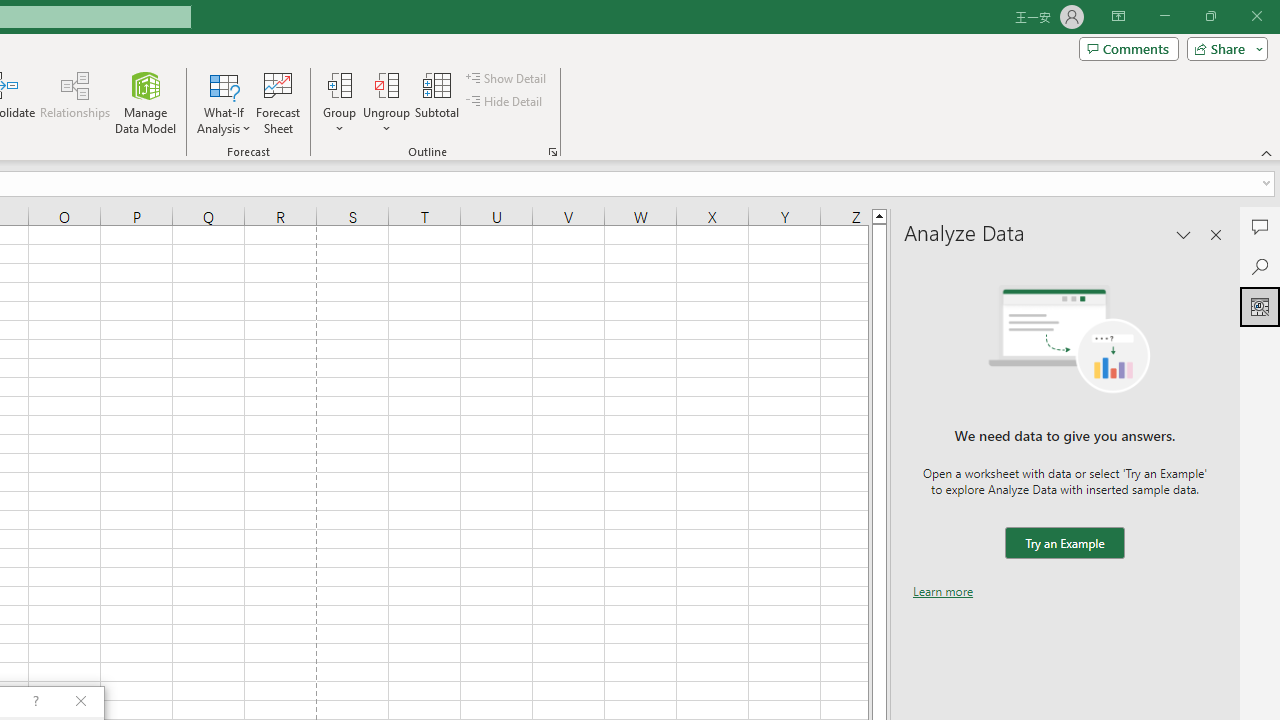 The height and width of the screenshot is (720, 1280). I want to click on 'Collapse the Ribbon', so click(1266, 152).